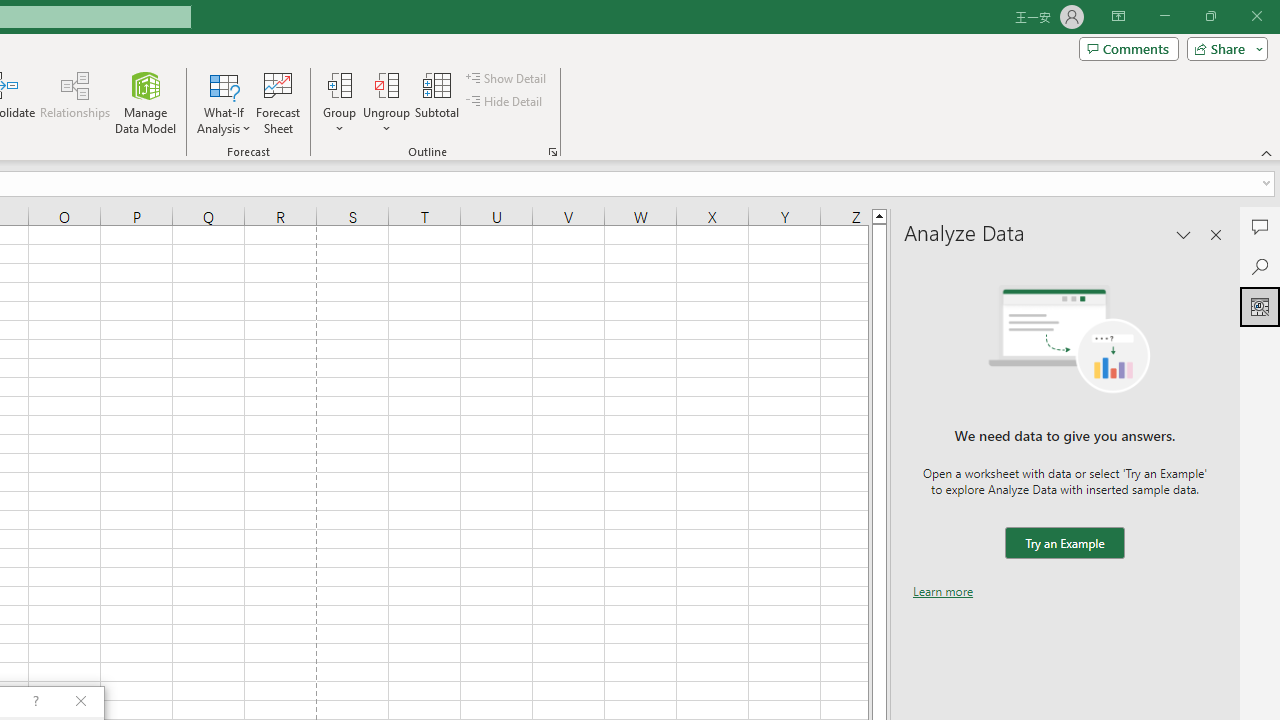 The height and width of the screenshot is (720, 1280). I want to click on 'Collapse the Ribbon', so click(1266, 152).